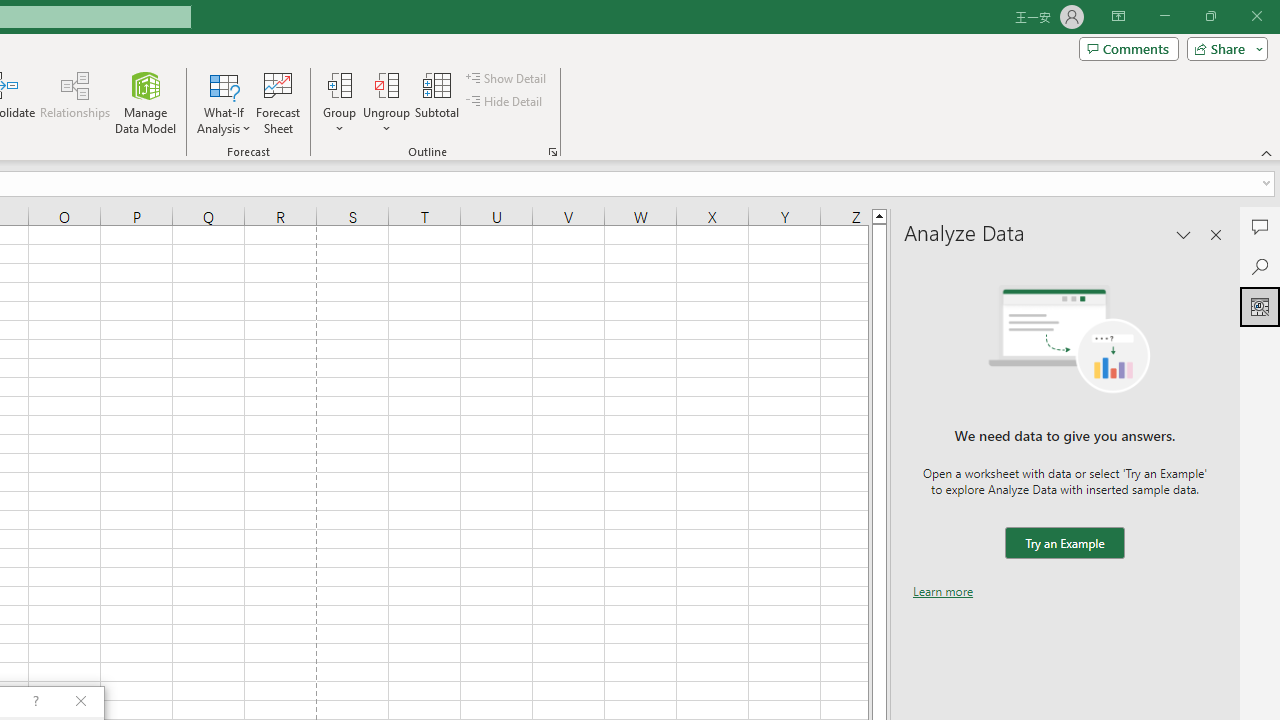 The height and width of the screenshot is (720, 1280). I want to click on 'Collapse the Ribbon', so click(1266, 152).